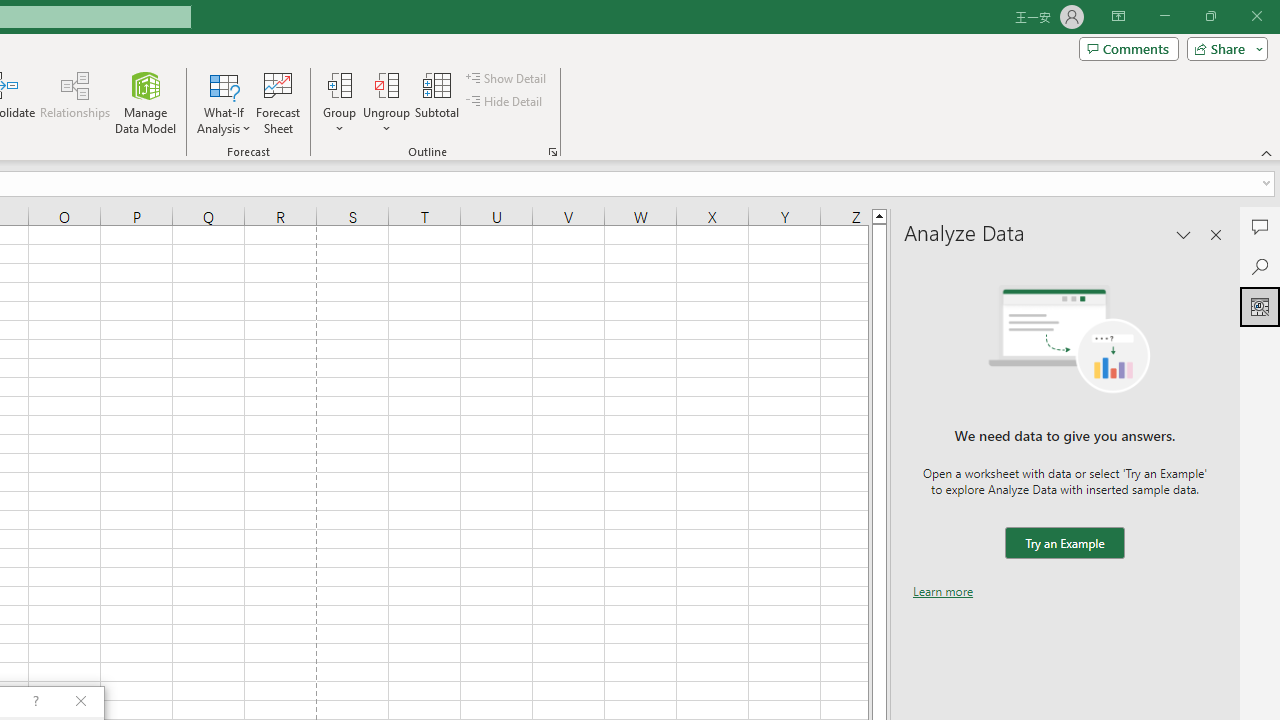 The height and width of the screenshot is (720, 1280). I want to click on 'Collapse the Ribbon', so click(1266, 152).